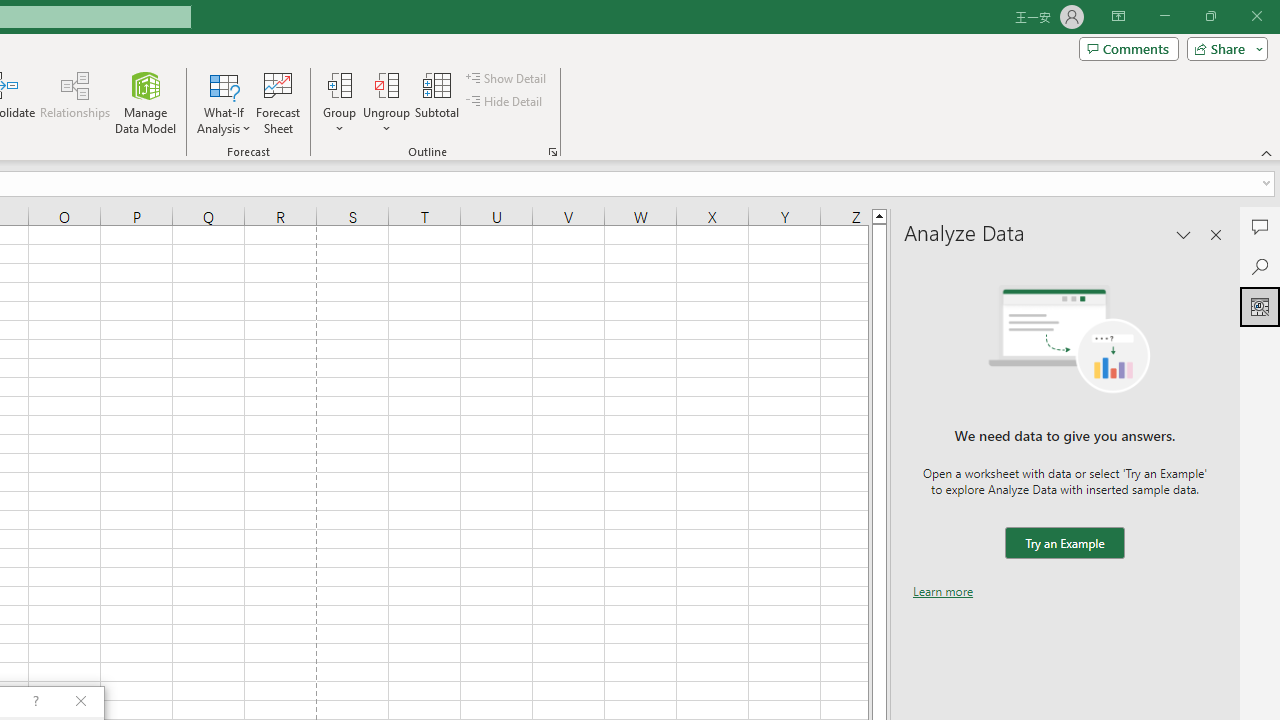 The height and width of the screenshot is (720, 1280). I want to click on 'Collapse the Ribbon', so click(1266, 152).